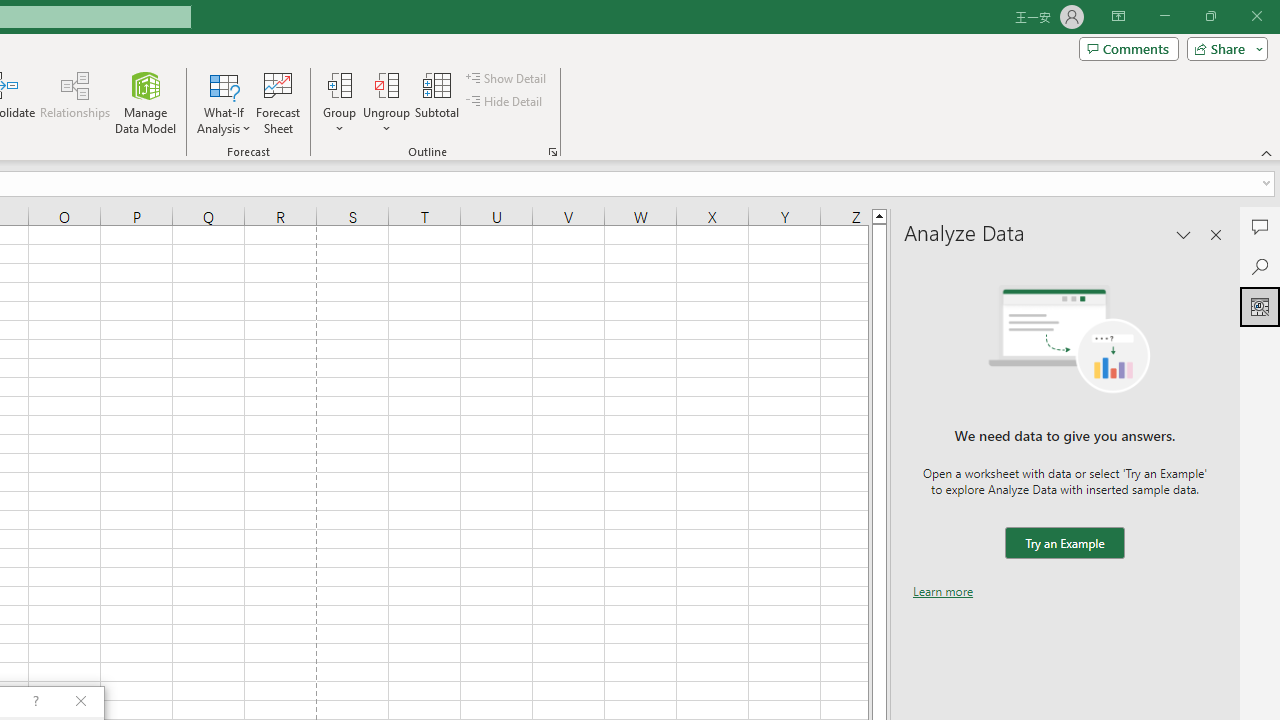 The height and width of the screenshot is (720, 1280). I want to click on 'Collapse the Ribbon', so click(1266, 152).